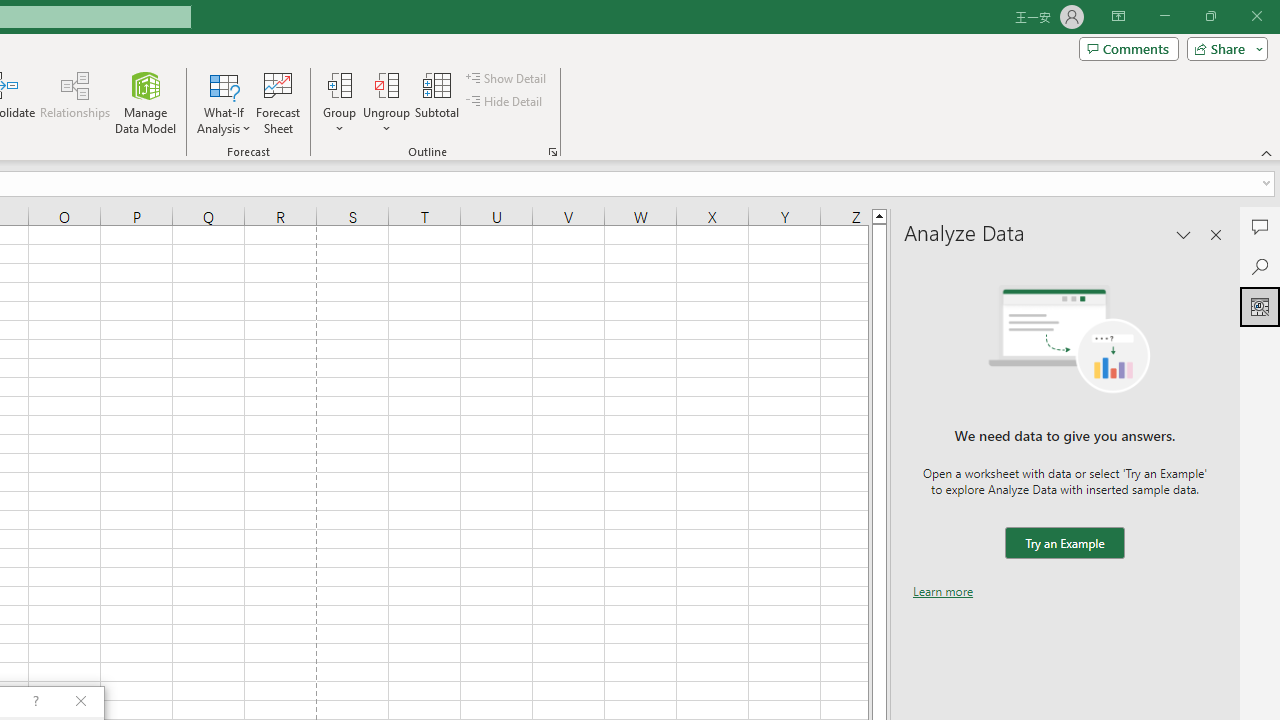 The height and width of the screenshot is (720, 1280). I want to click on 'Collapse the Ribbon', so click(1266, 152).